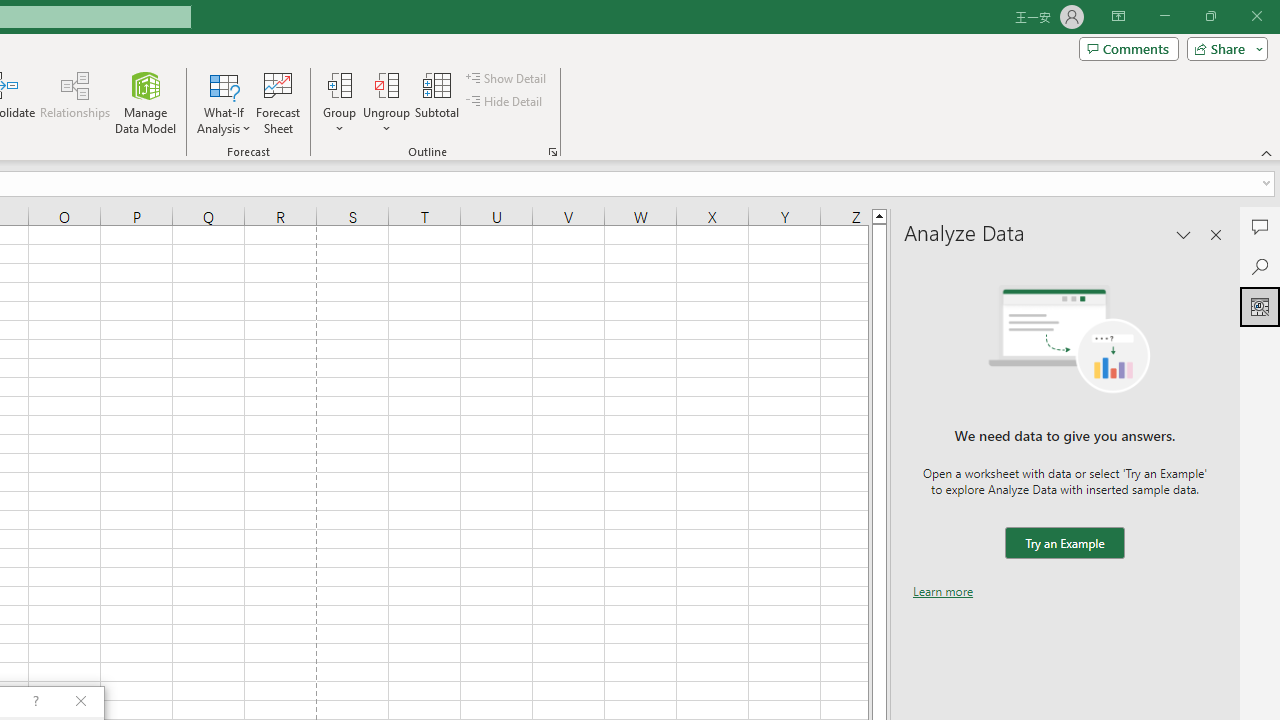 The height and width of the screenshot is (720, 1280). I want to click on 'Collapse the Ribbon', so click(1266, 152).